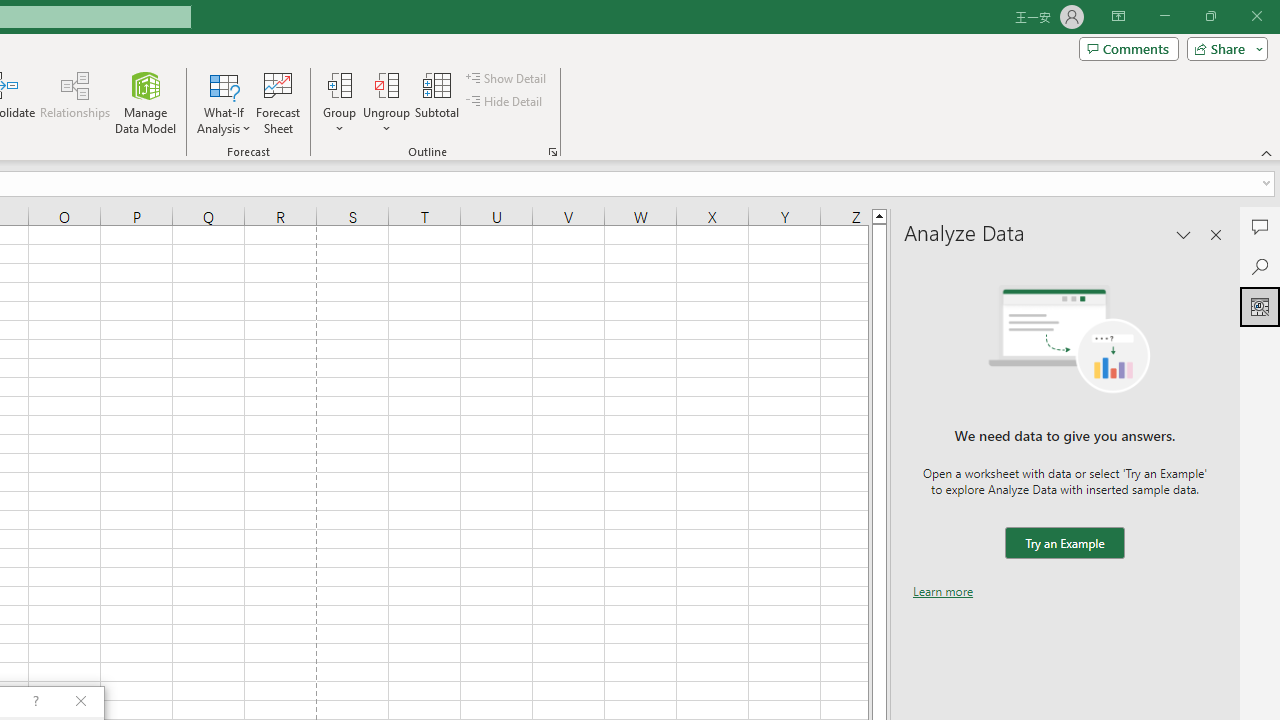 The height and width of the screenshot is (720, 1280). I want to click on 'Collapse the Ribbon', so click(1266, 152).